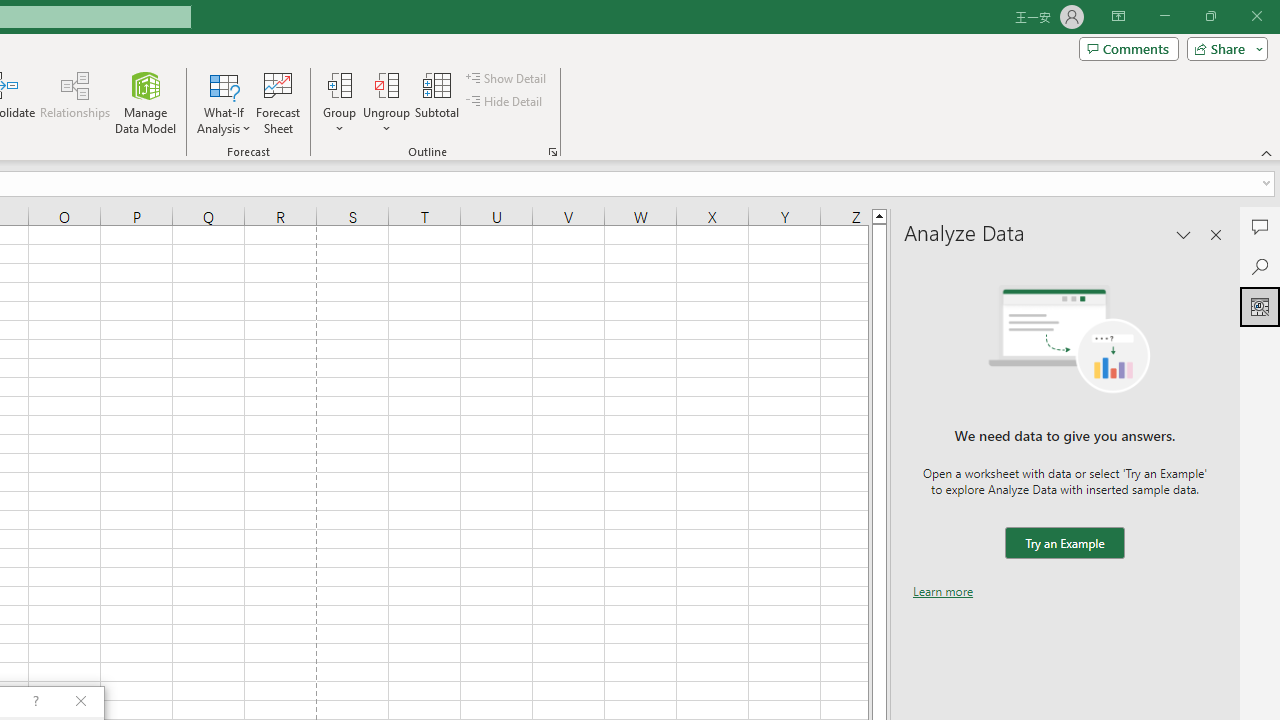 The height and width of the screenshot is (720, 1280). I want to click on 'Collapse the Ribbon', so click(1266, 152).